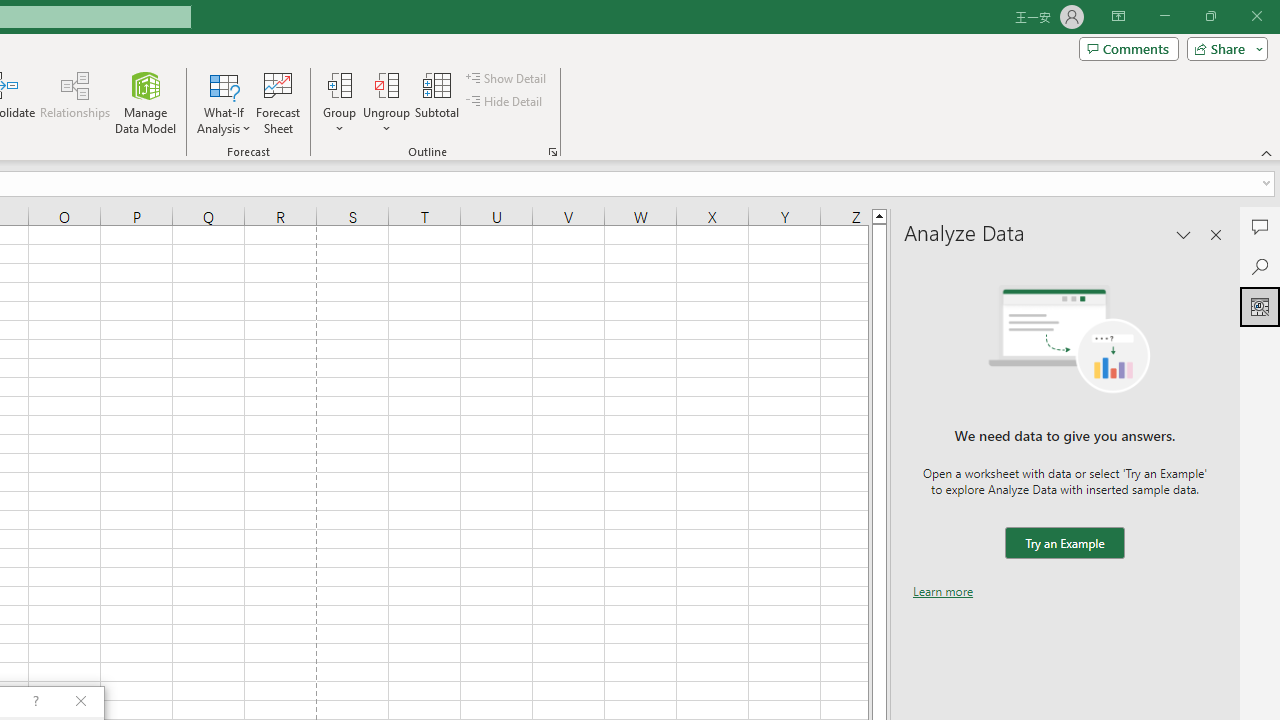 The height and width of the screenshot is (720, 1280). I want to click on 'Collapse the Ribbon', so click(1266, 152).